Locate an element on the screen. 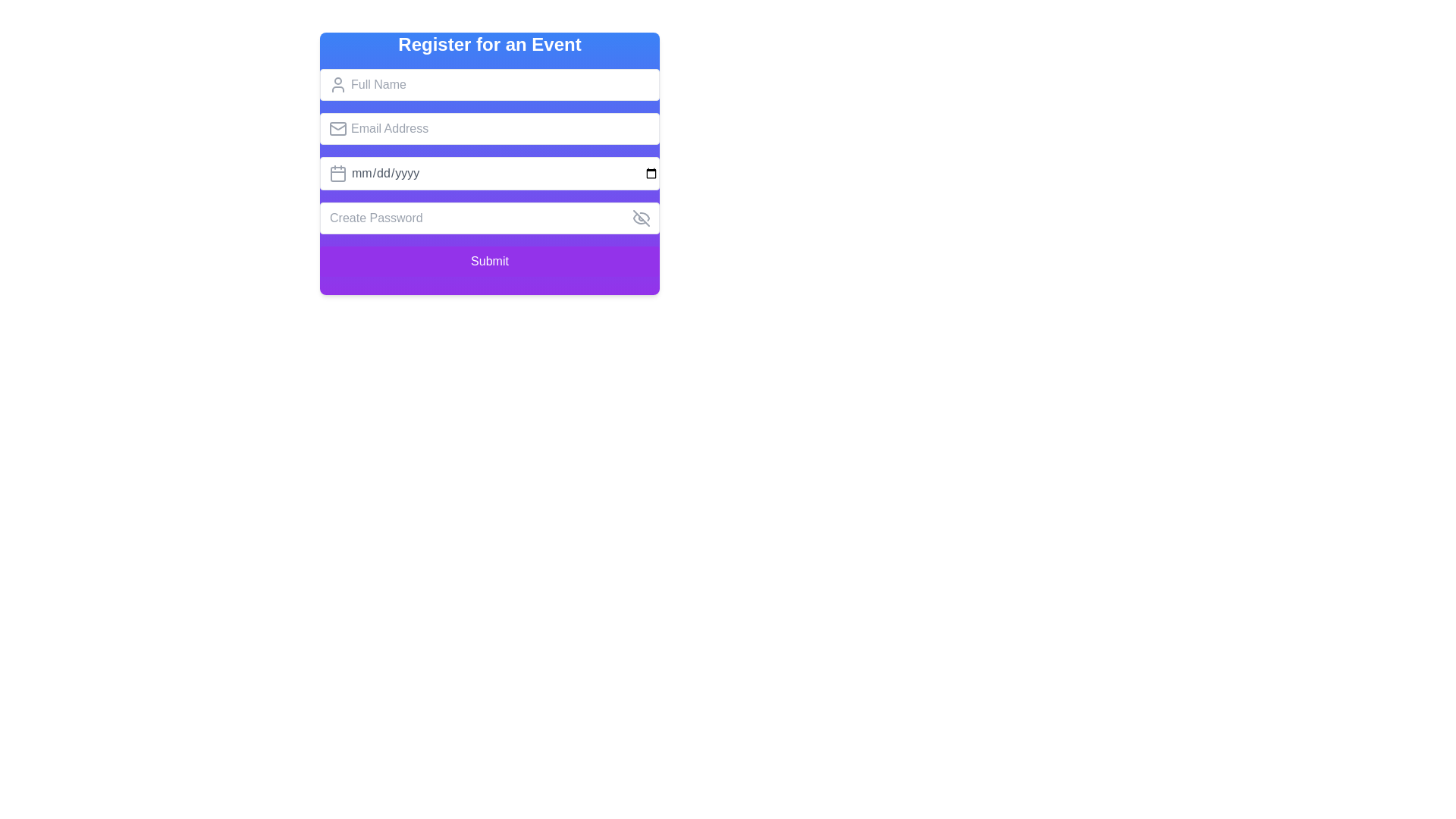 This screenshot has width=1456, height=819. the 'hide password' icon located at the far right end of the 'Create Password' input field is located at coordinates (641, 218).